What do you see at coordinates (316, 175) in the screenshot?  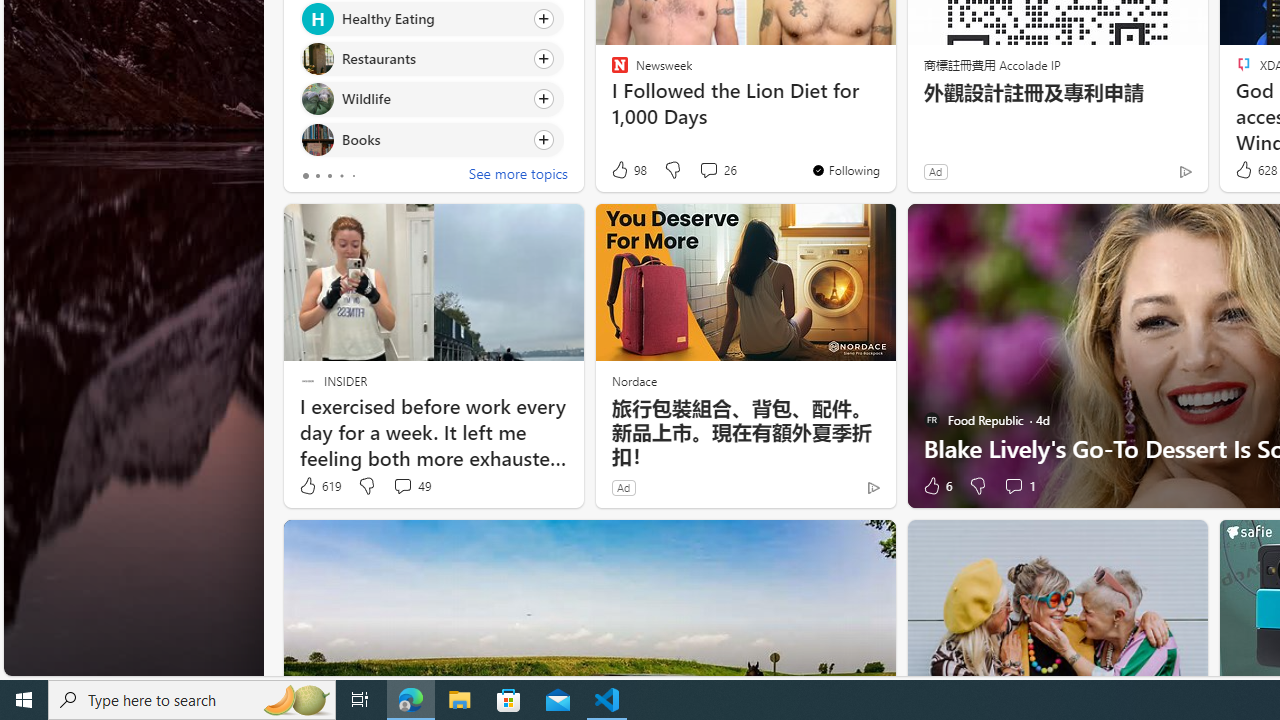 I see `'tab-1'` at bounding box center [316, 175].